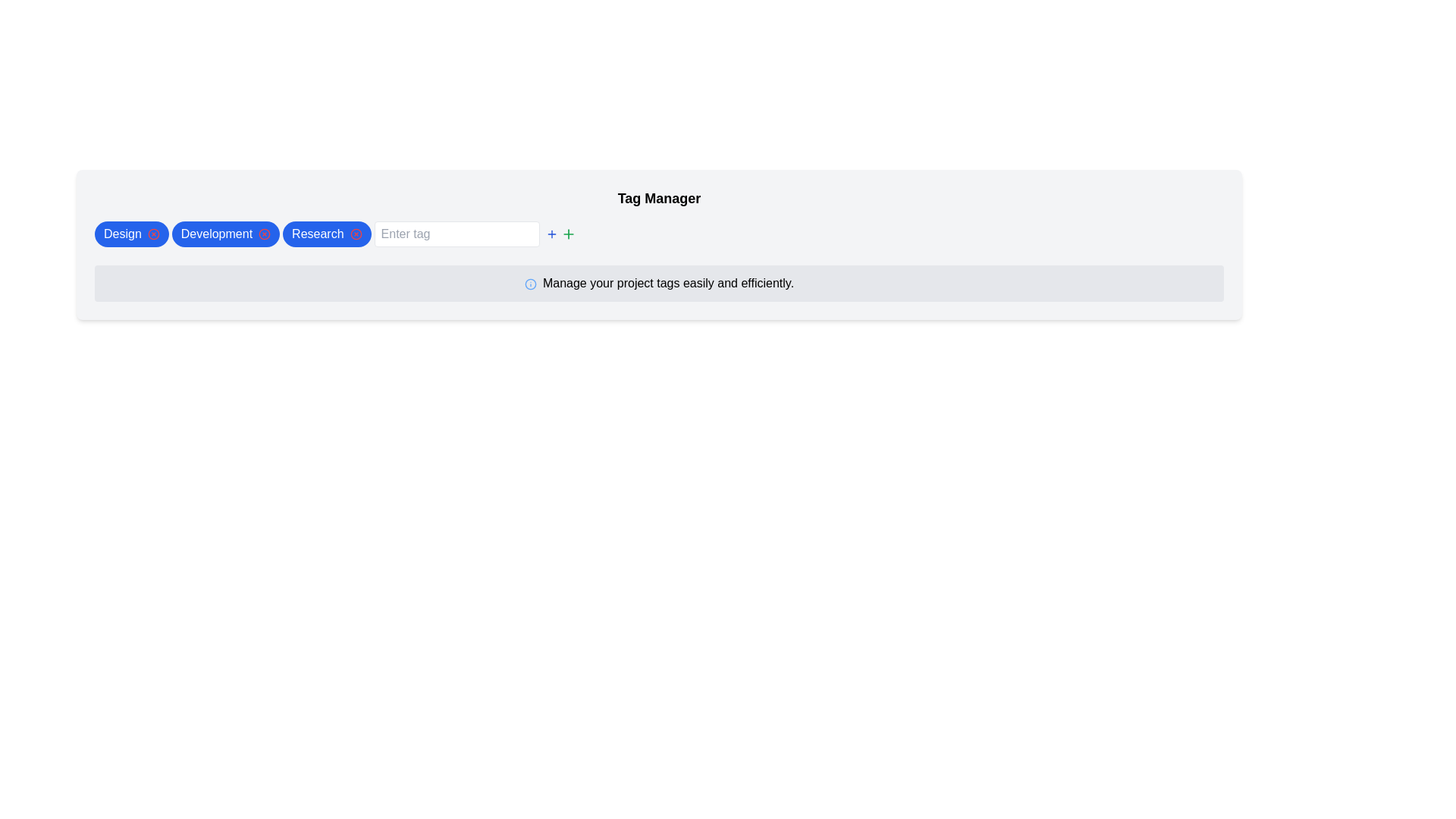  Describe the element at coordinates (551, 234) in the screenshot. I see `the button that triggers an action to add a new tag, located to the right of the 'Enter tag' input field` at that location.